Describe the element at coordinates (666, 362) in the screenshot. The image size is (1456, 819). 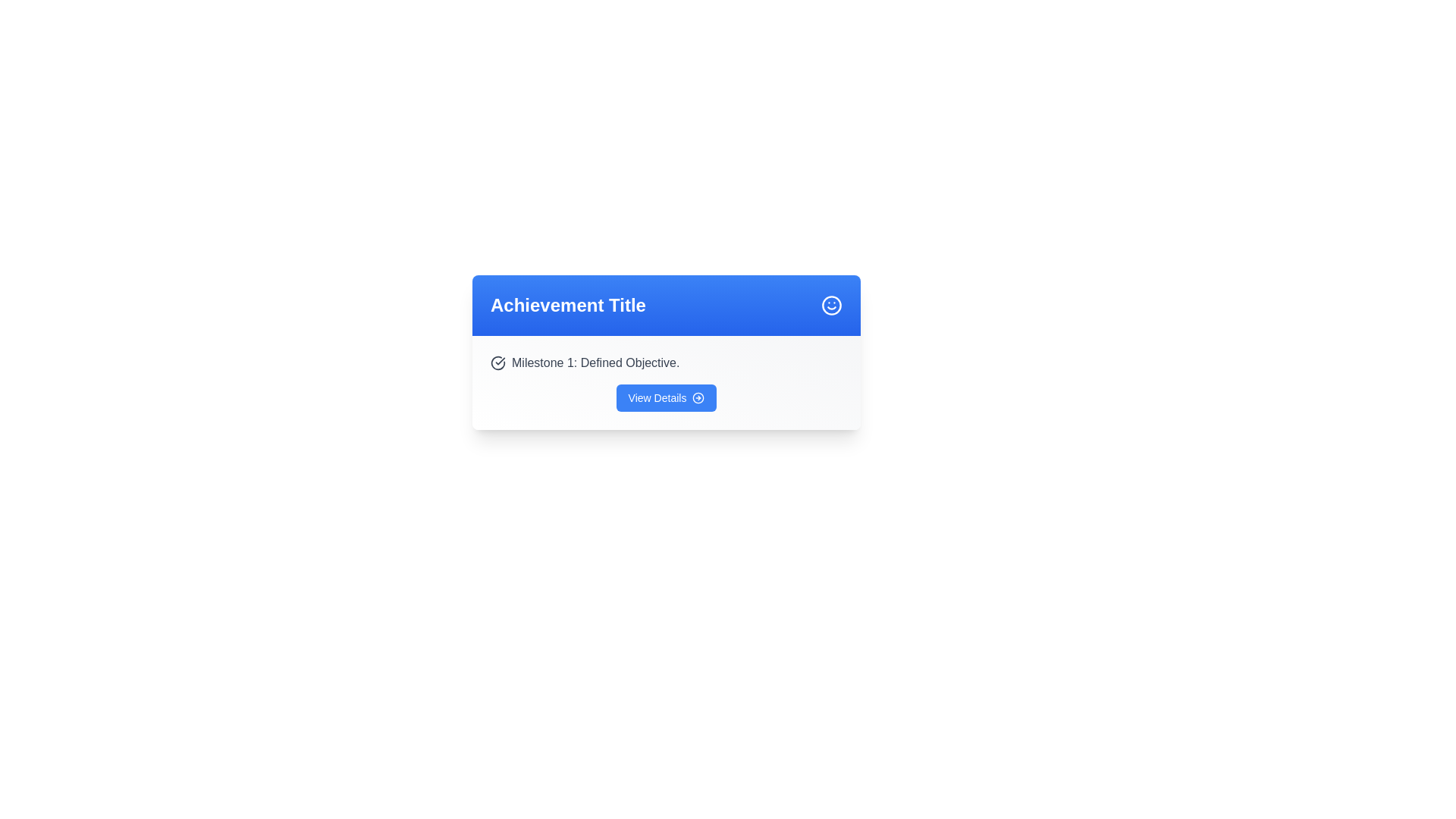
I see `the static text element that serves as a label or status indicator for a milestone, located below the 'Achievement Title' and above the 'View Details' button` at that location.